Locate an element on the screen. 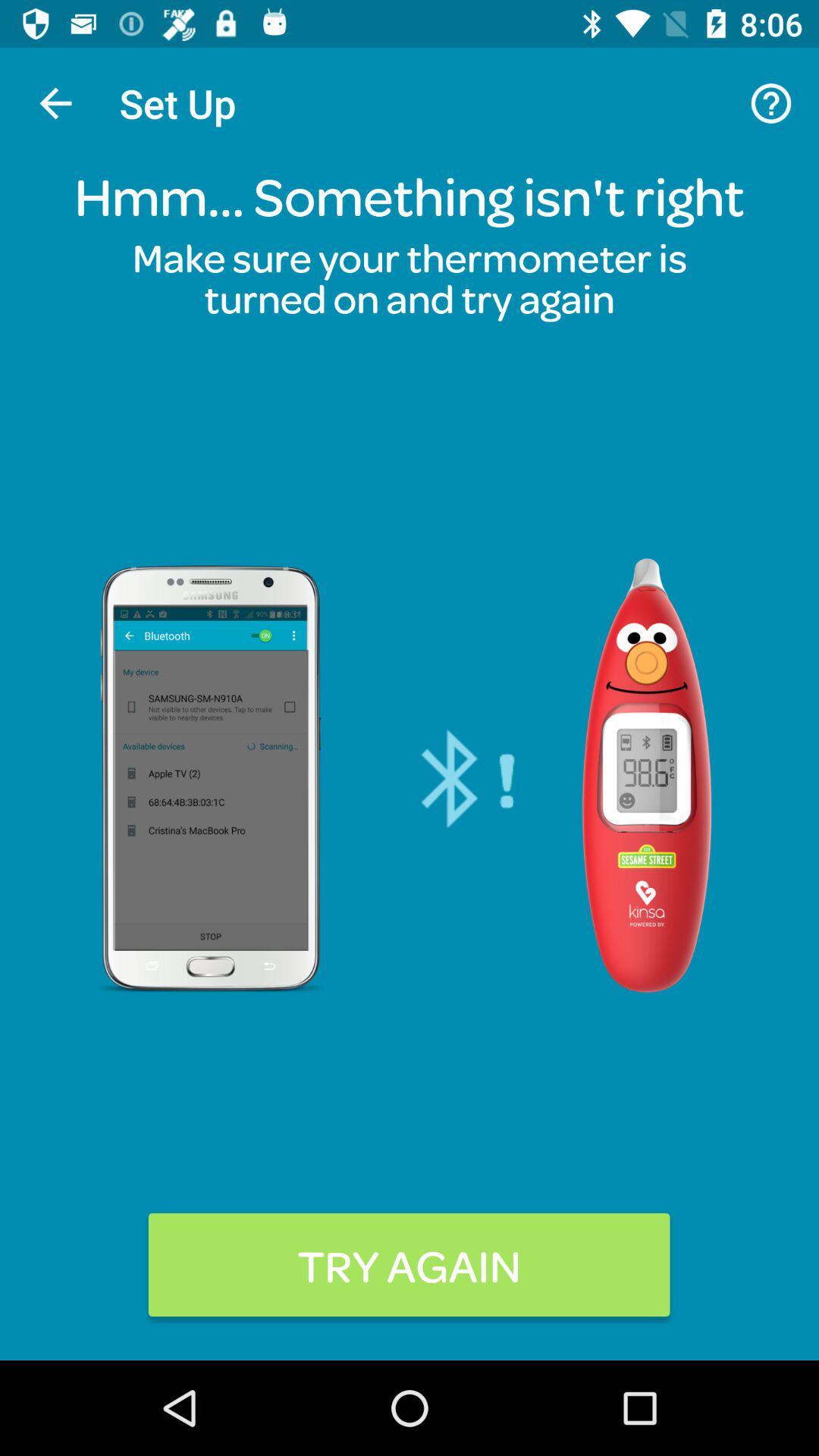  the icon to the left of set up item is located at coordinates (55, 102).